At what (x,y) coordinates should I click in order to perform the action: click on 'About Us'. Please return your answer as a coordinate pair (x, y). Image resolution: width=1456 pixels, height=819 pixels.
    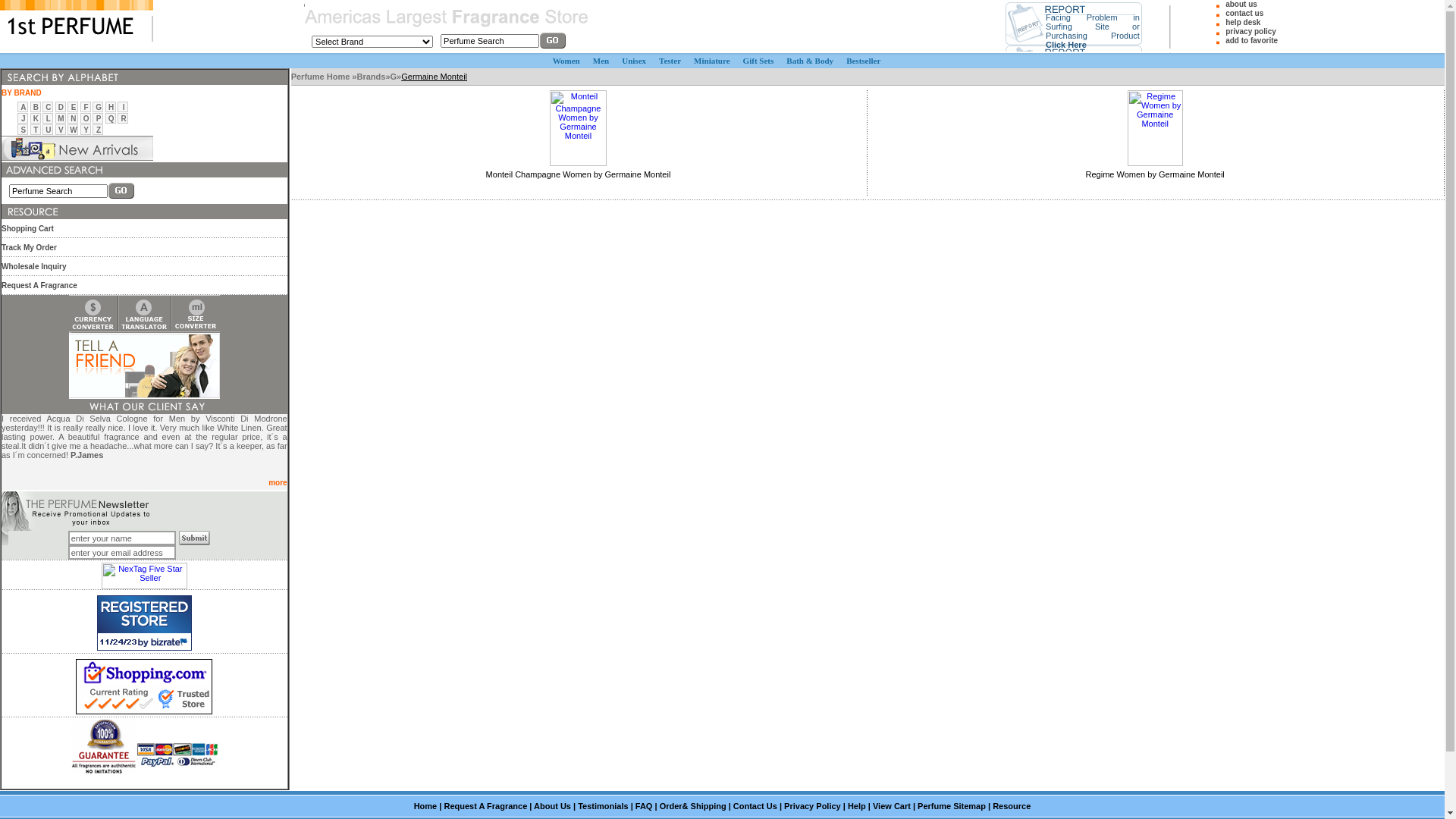
    Looking at the image, I should click on (551, 805).